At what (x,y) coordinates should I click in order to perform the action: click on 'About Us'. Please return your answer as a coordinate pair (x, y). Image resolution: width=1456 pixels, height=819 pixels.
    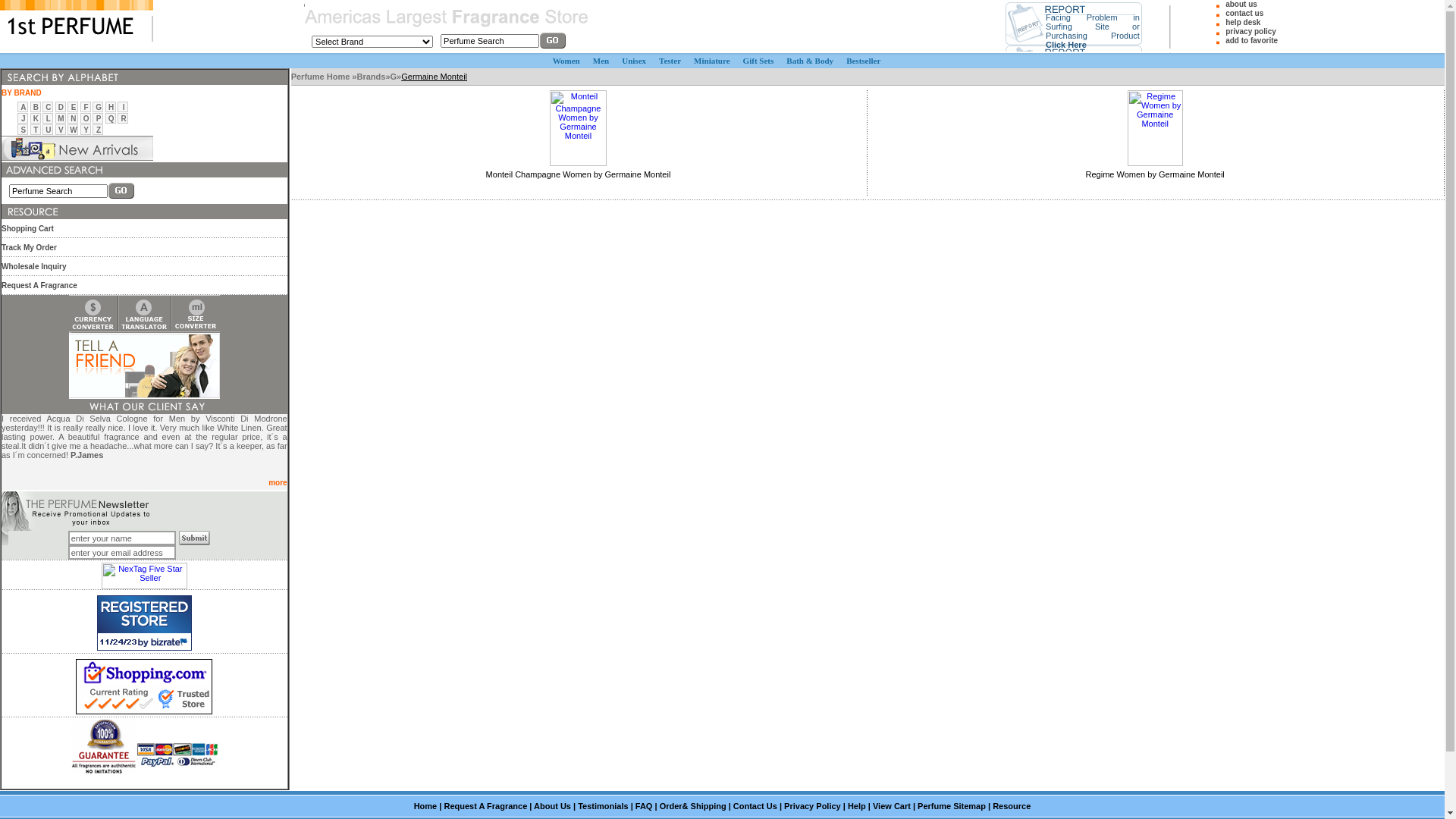
    Looking at the image, I should click on (551, 805).